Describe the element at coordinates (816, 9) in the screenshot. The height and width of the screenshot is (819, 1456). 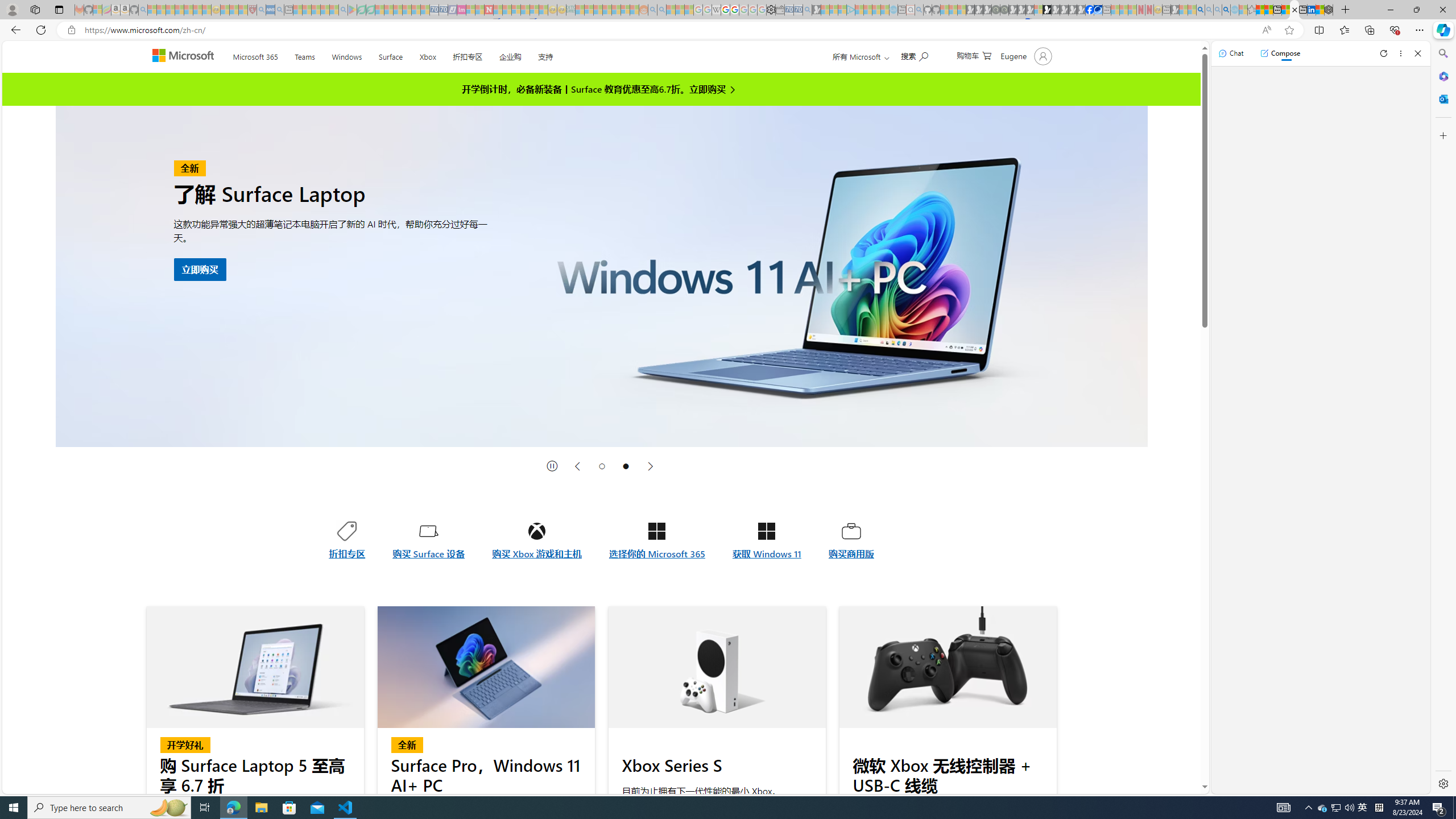
I see `'Microsoft Start Gaming - Sleeping'` at that location.